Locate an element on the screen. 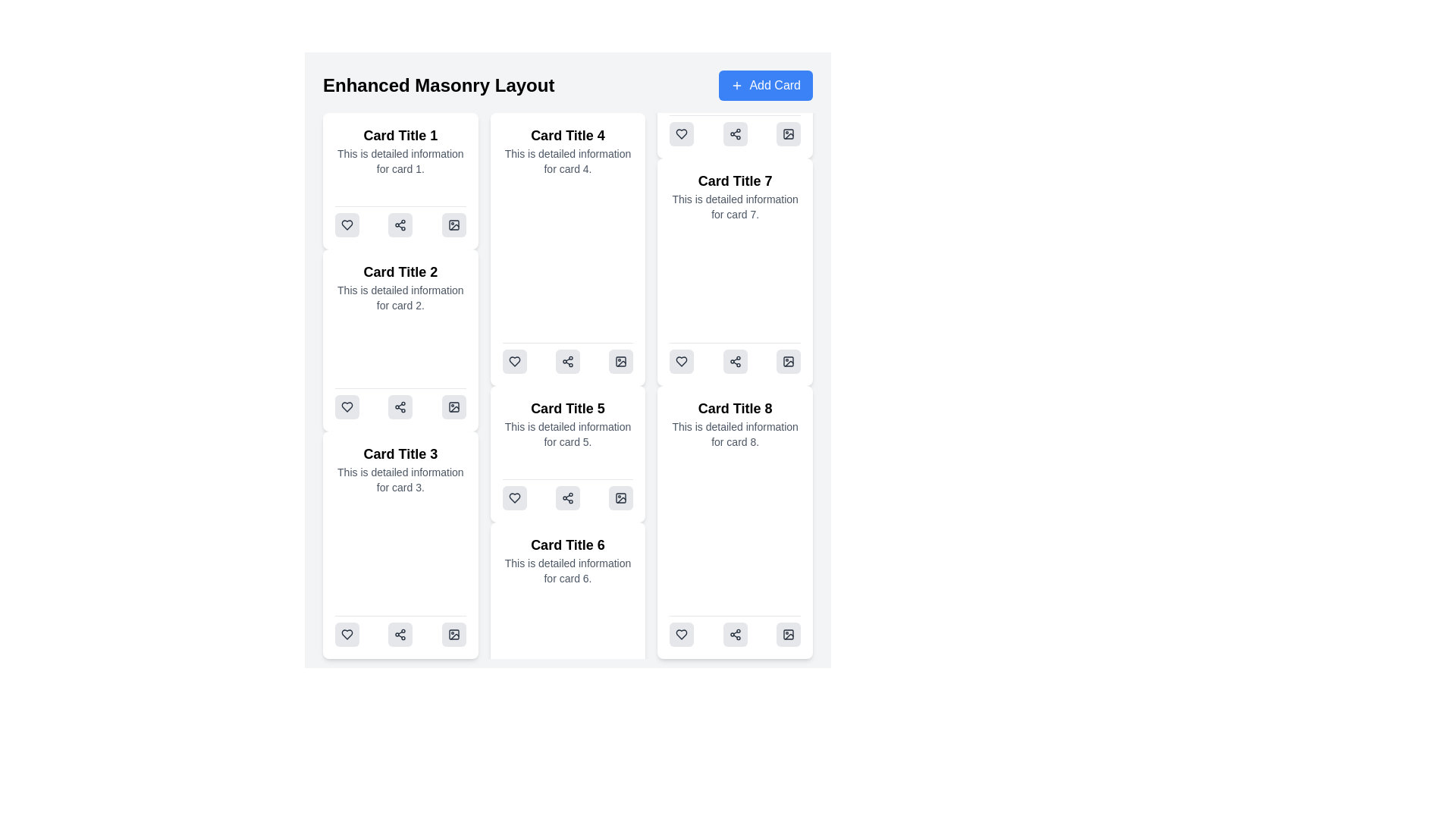 Image resolution: width=1456 pixels, height=819 pixels. the properties of the SVG graphic rectangle that serves as an image action indicator, located in the bottom-right corner of the 'Card Title 5' card, specifically the third icon from the left is located at coordinates (621, 362).